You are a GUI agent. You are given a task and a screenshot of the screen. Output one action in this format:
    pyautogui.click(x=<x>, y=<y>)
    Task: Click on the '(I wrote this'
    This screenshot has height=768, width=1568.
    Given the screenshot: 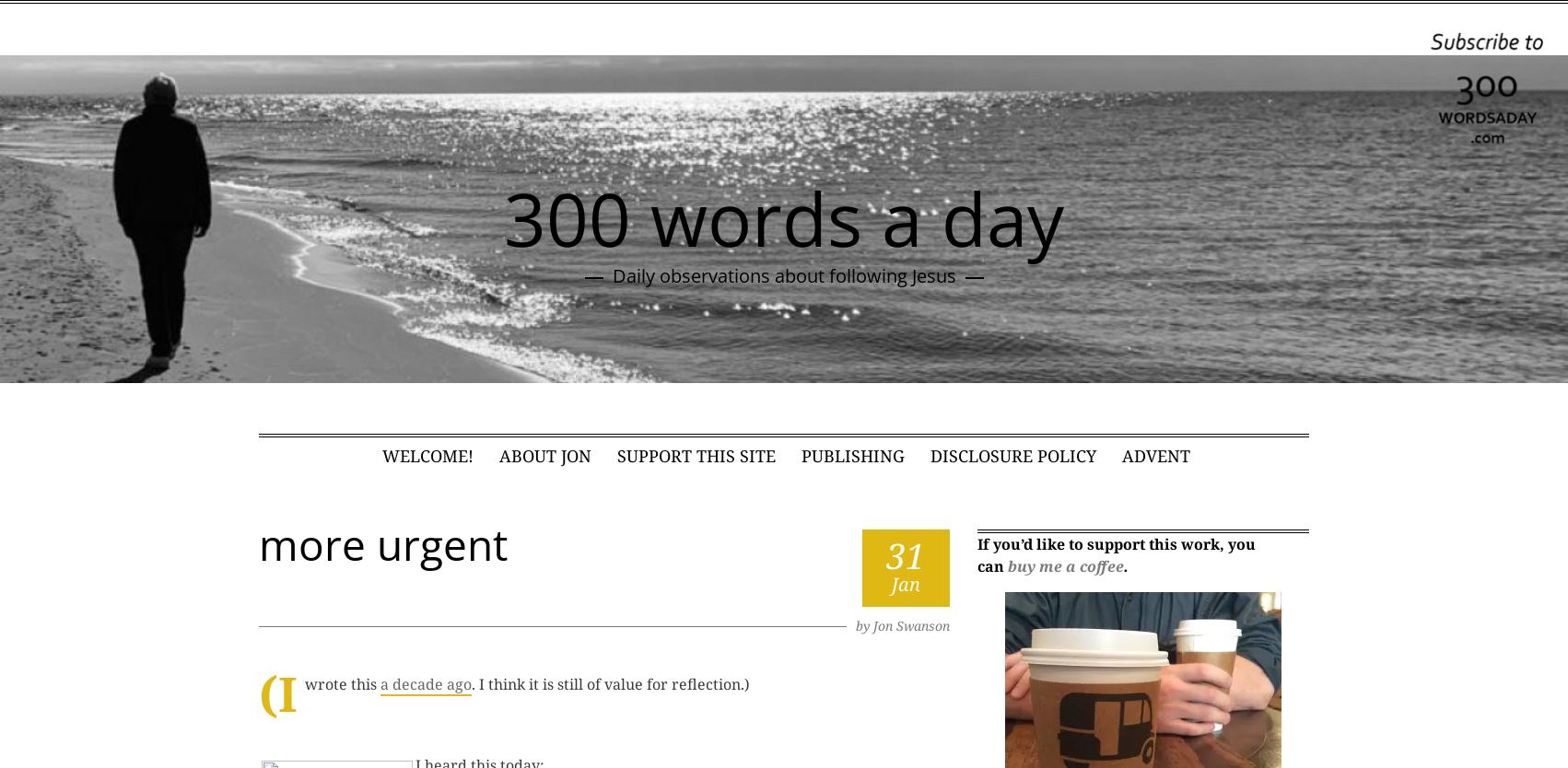 What is the action you would take?
    pyautogui.click(x=320, y=692)
    